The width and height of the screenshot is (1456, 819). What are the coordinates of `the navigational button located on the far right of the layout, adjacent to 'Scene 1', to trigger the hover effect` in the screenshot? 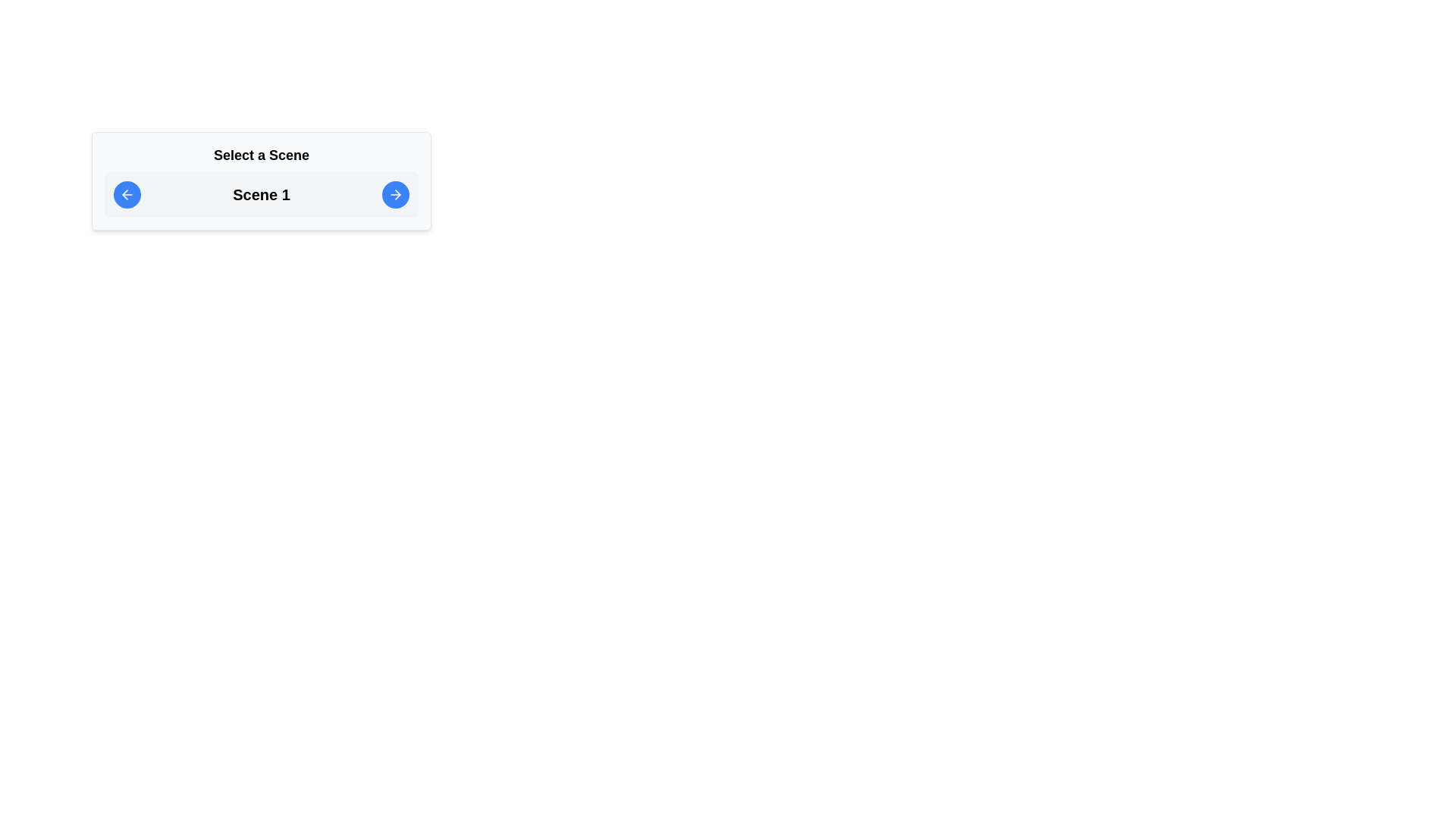 It's located at (396, 194).